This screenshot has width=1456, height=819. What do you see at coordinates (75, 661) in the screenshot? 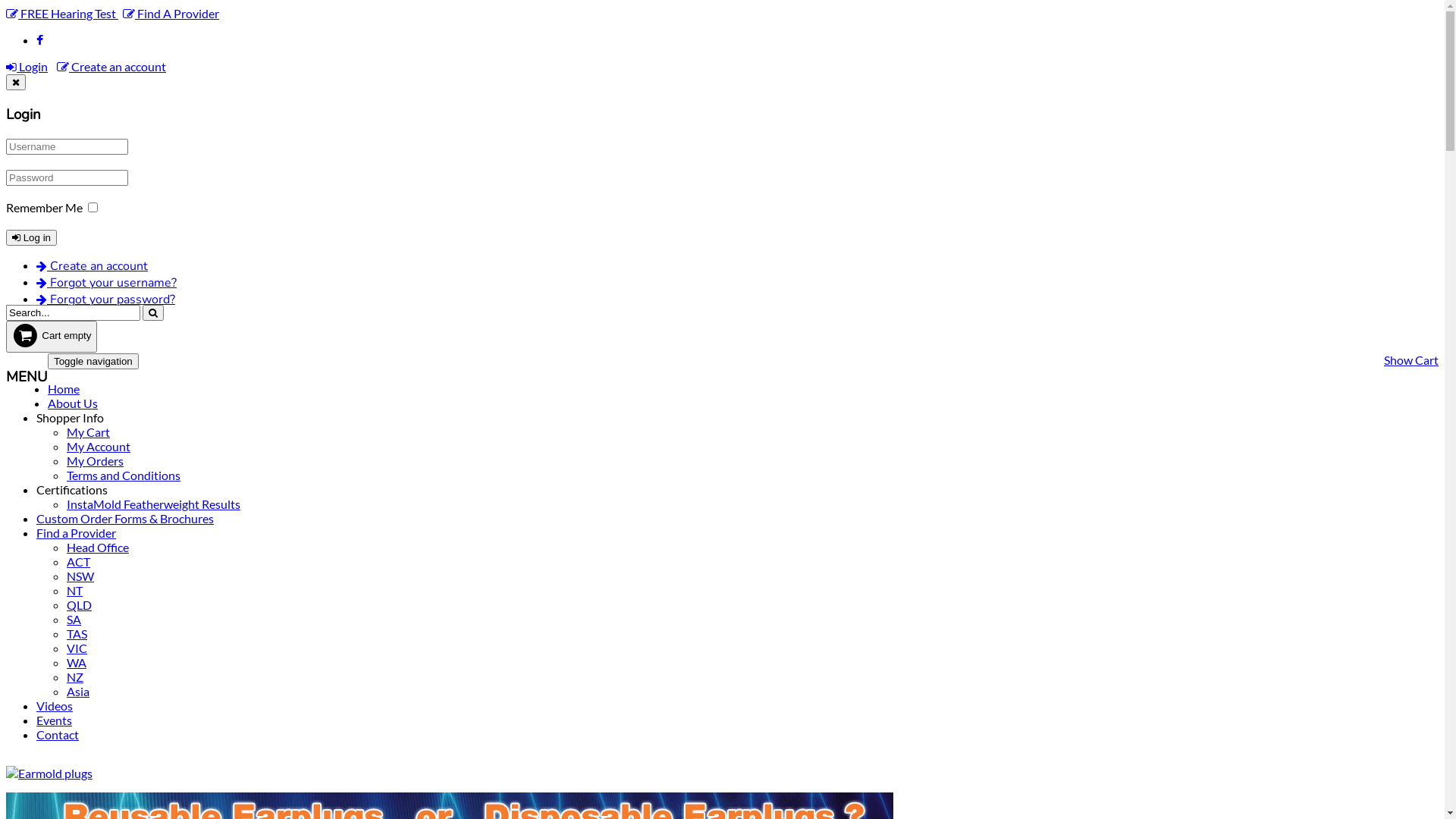
I see `'WA'` at bounding box center [75, 661].